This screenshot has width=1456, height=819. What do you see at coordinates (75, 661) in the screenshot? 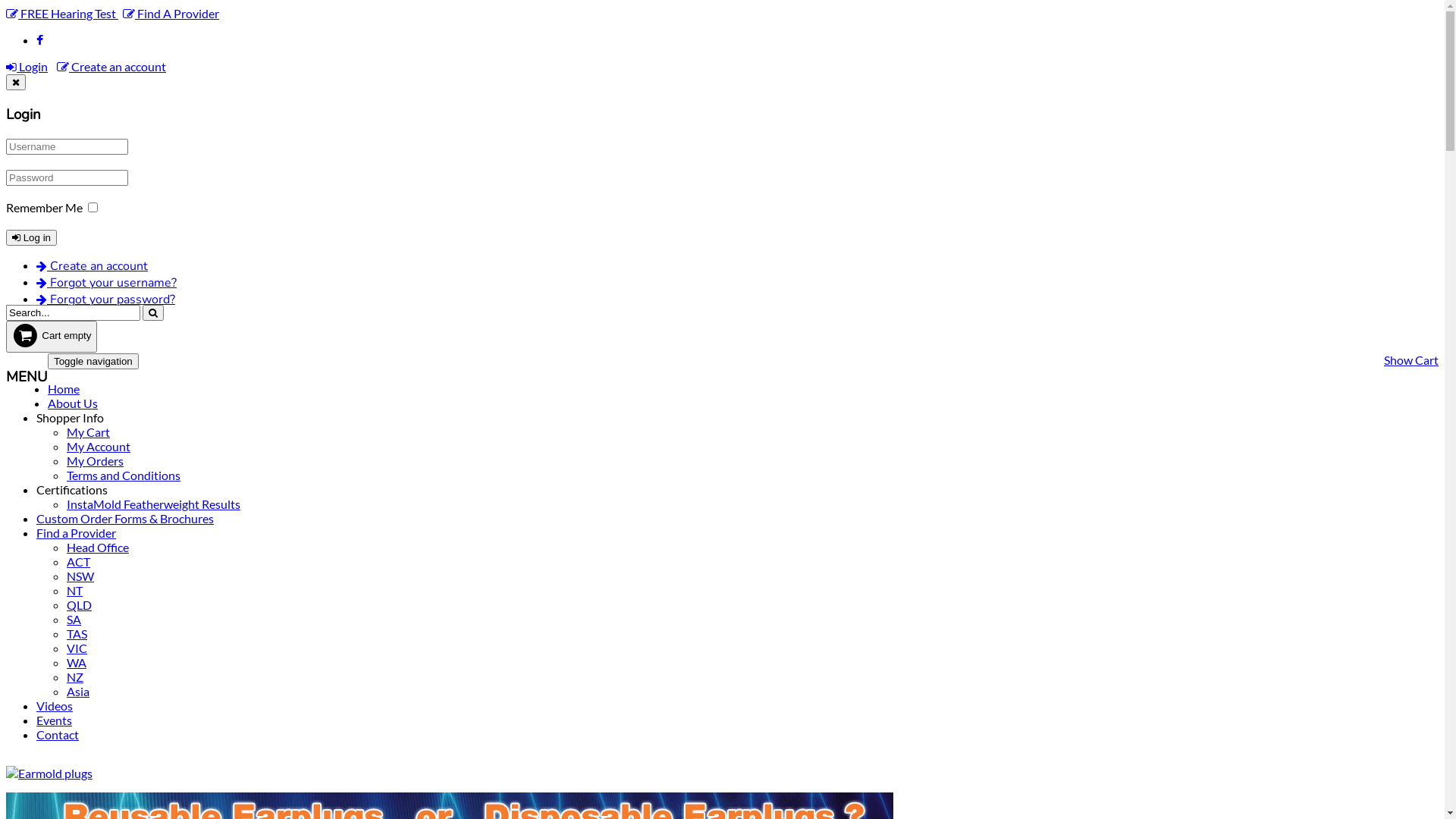
I see `'WA'` at bounding box center [75, 661].